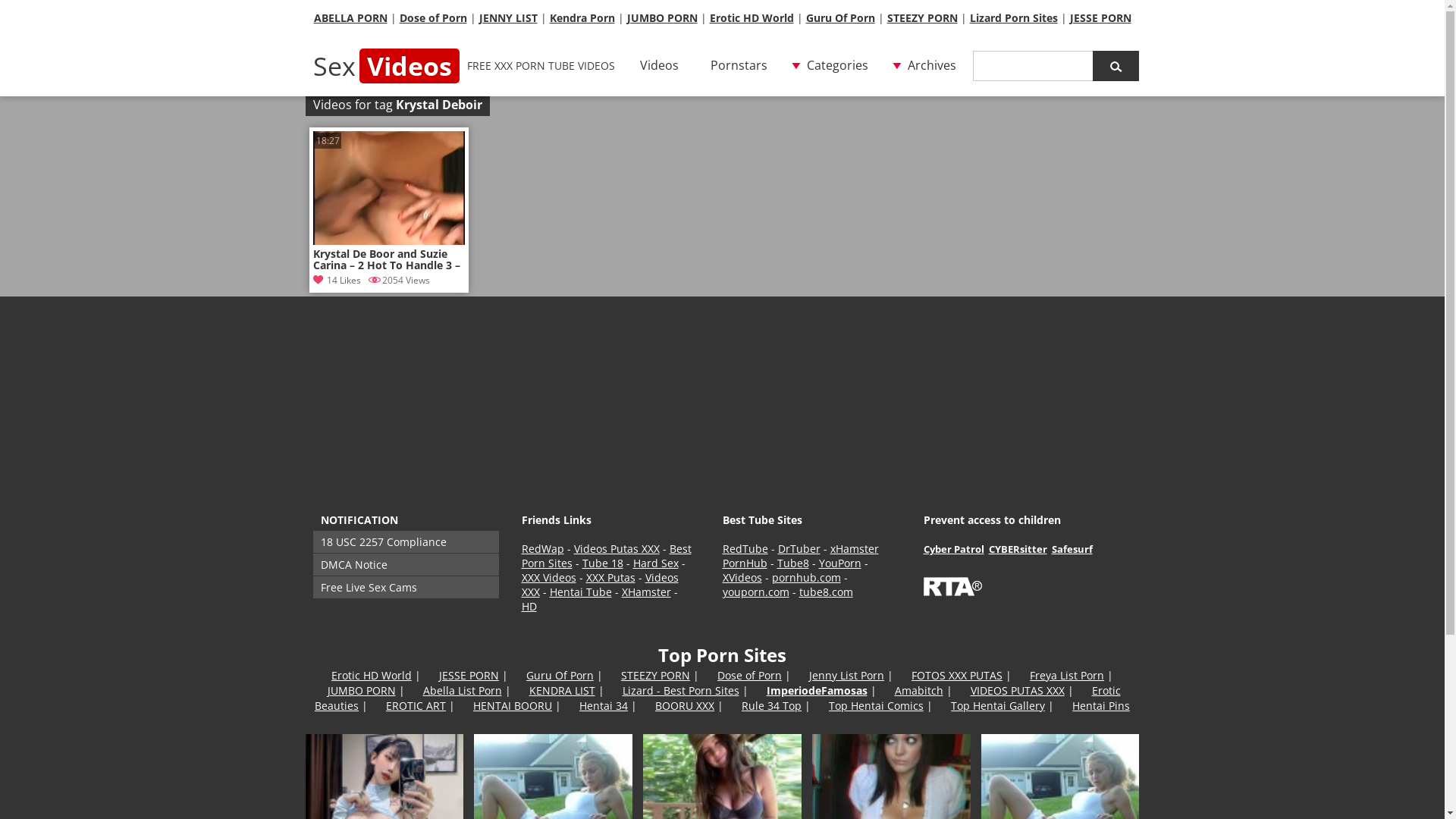 The height and width of the screenshot is (819, 1456). I want to click on 'Hentai Tube', so click(579, 591).